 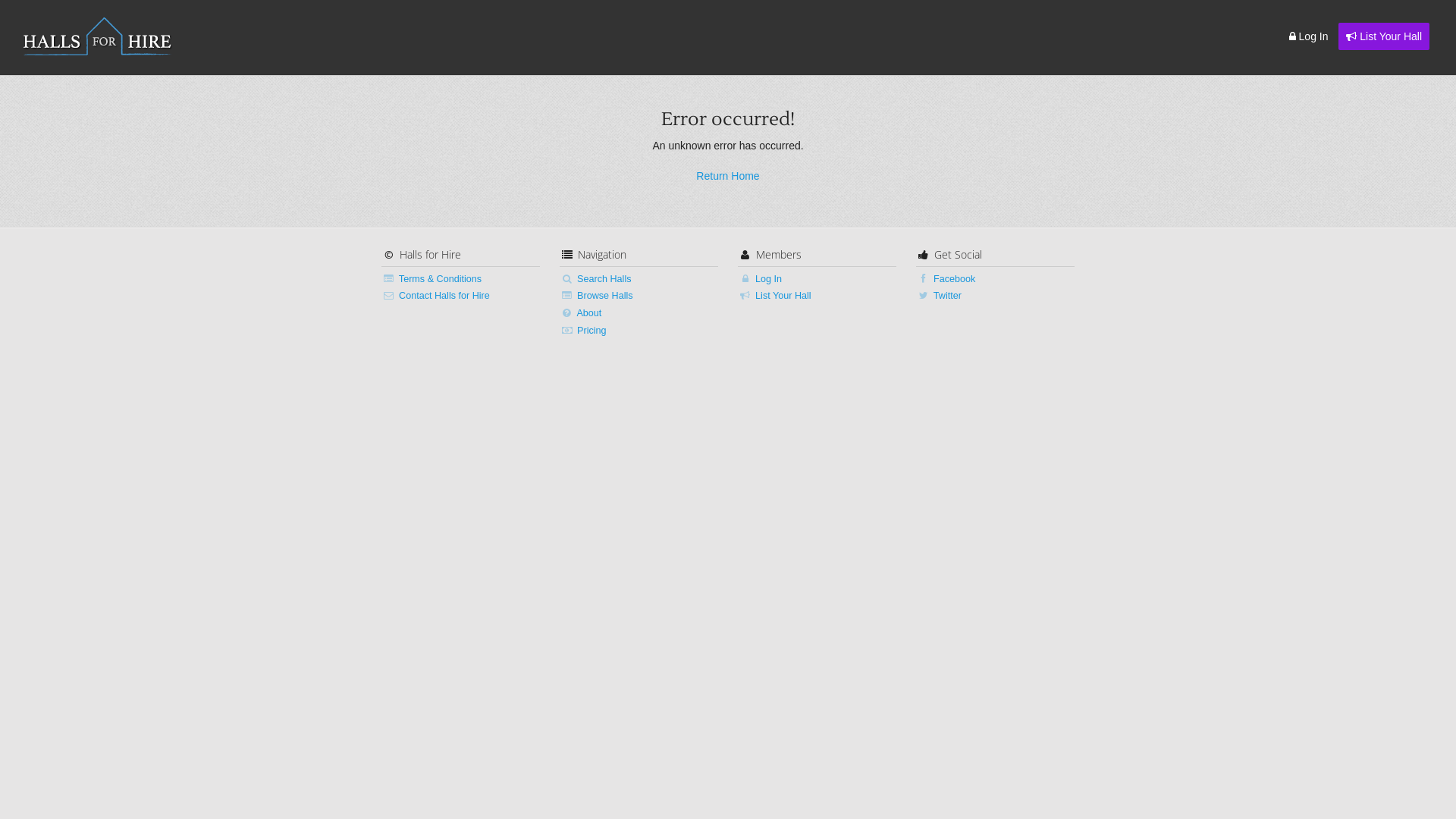 I want to click on 'Browse Halls', so click(x=639, y=296).